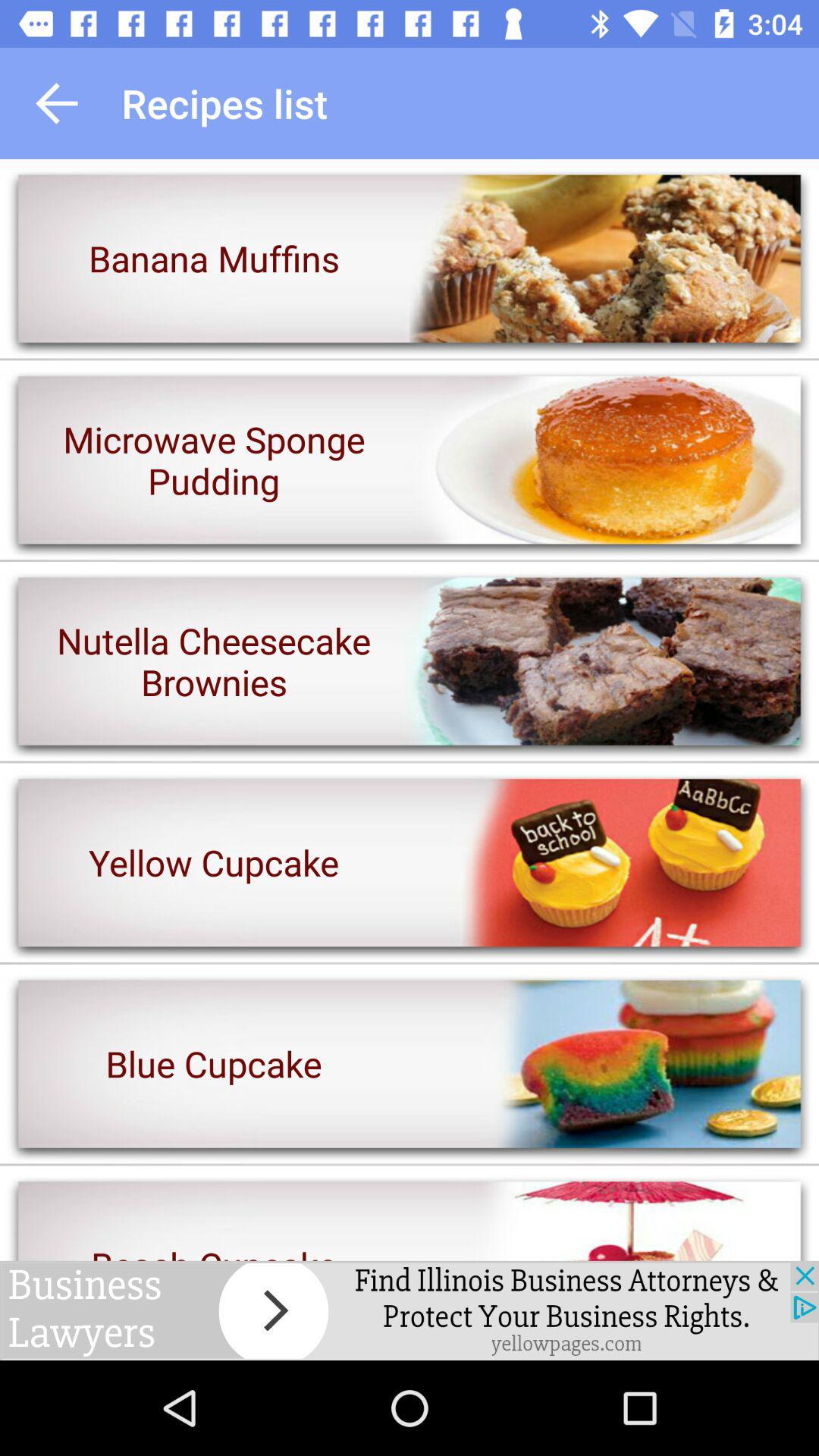 The height and width of the screenshot is (1456, 819). Describe the element at coordinates (55, 102) in the screenshot. I see `previous button` at that location.